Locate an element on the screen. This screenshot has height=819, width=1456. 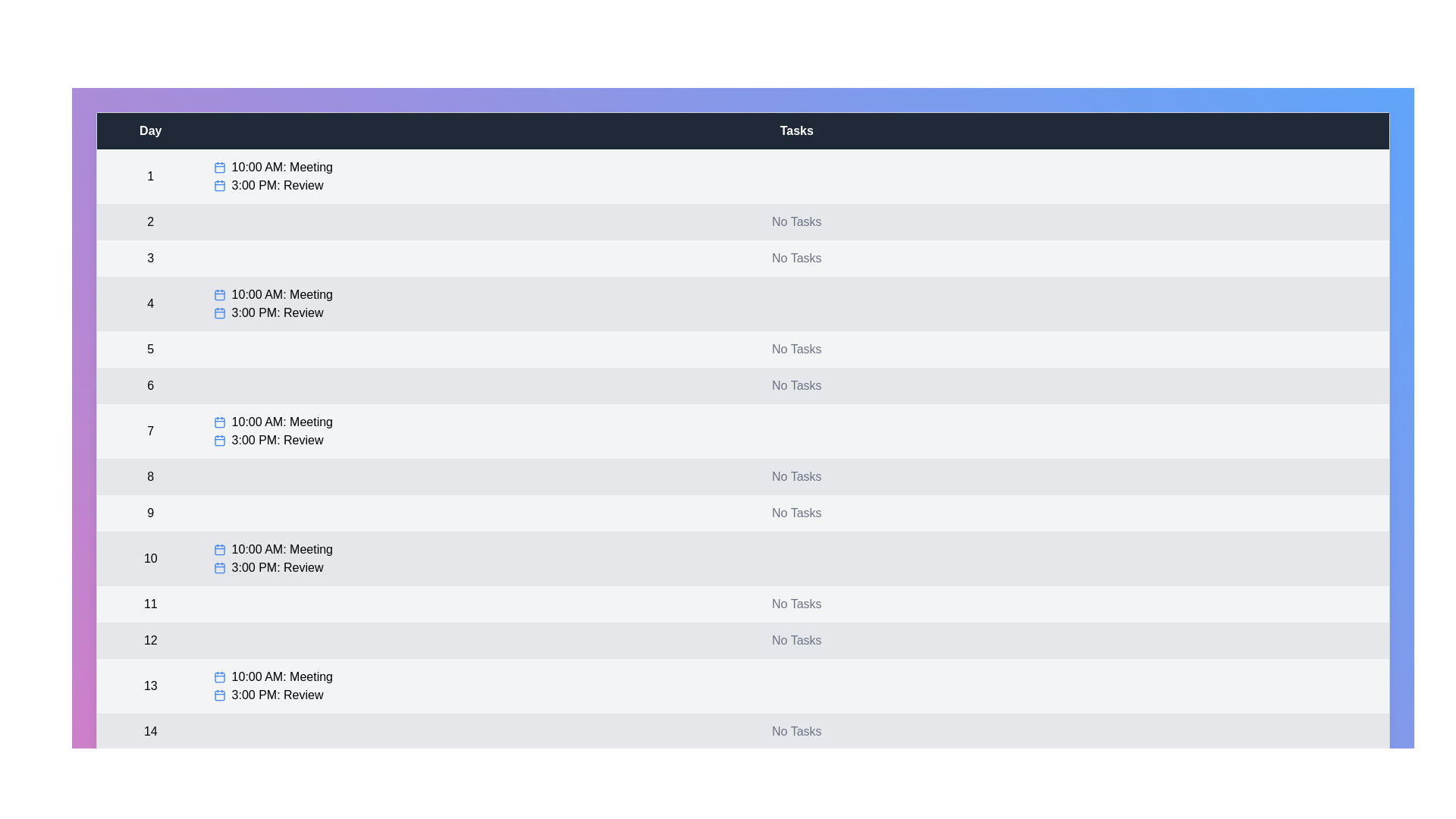
the calendar icon next to the task for day 7 is located at coordinates (218, 422).